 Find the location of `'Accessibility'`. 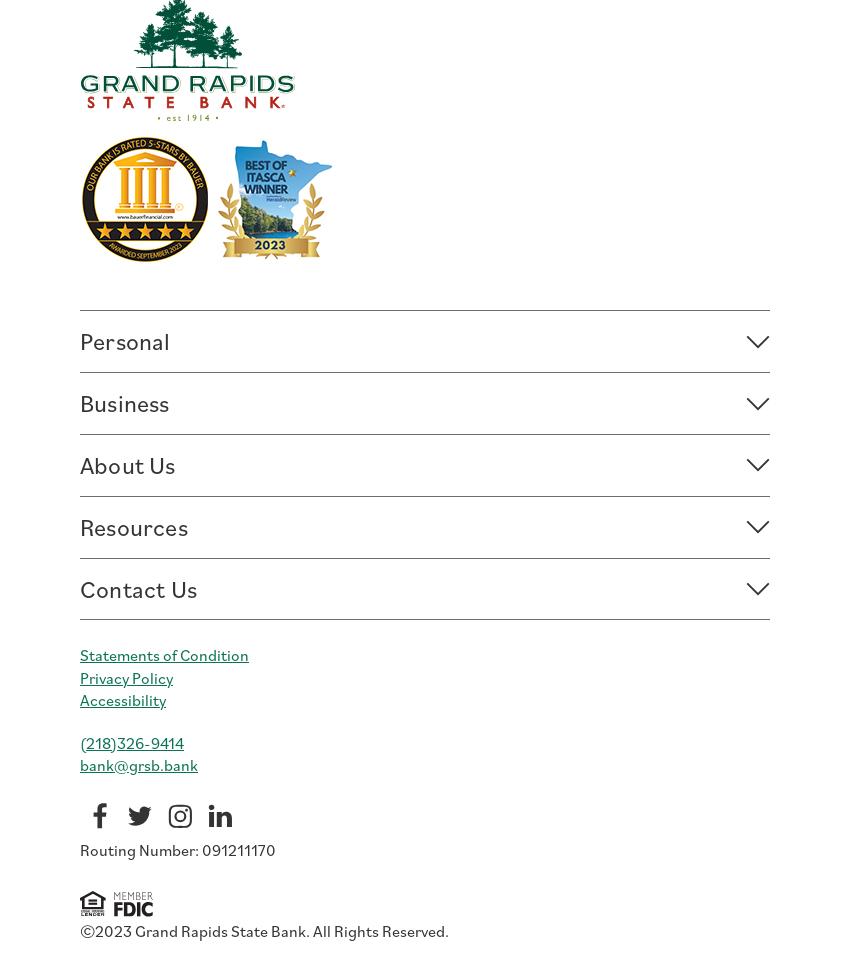

'Accessibility' is located at coordinates (121, 699).